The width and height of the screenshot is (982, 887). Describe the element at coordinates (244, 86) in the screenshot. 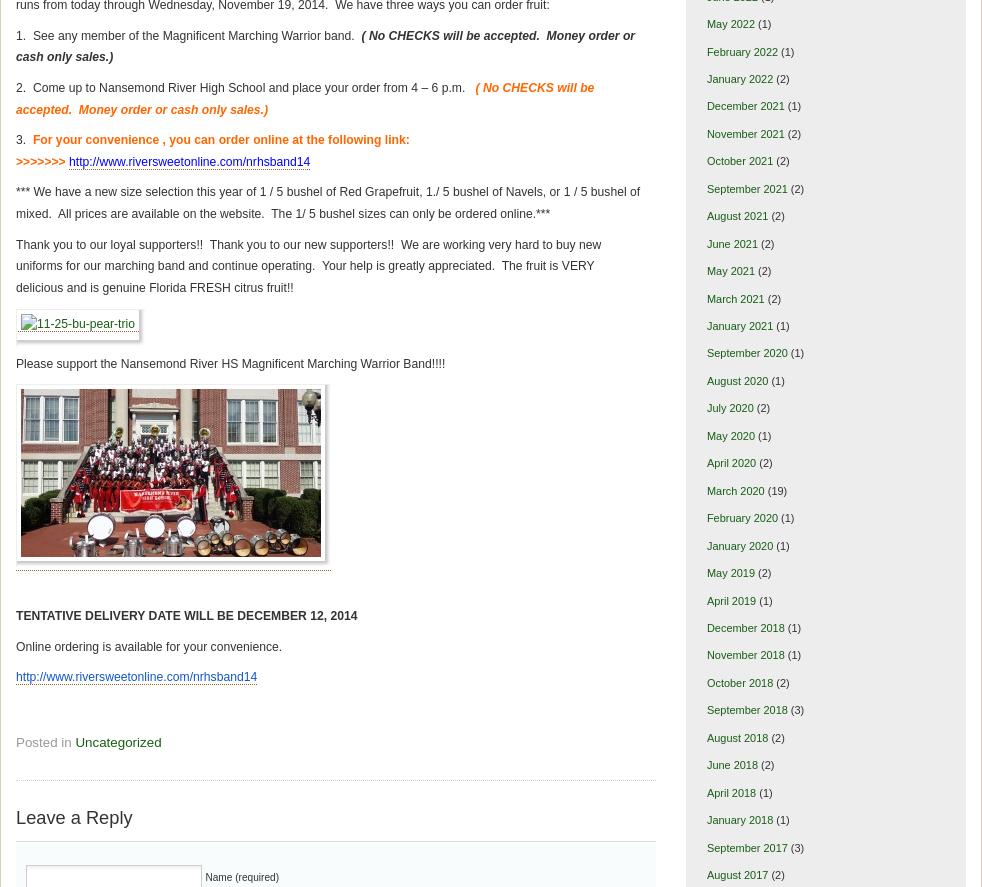

I see `'2.  Come up to Nansemond River High School and place your order from 4 – 6 p.m.'` at that location.